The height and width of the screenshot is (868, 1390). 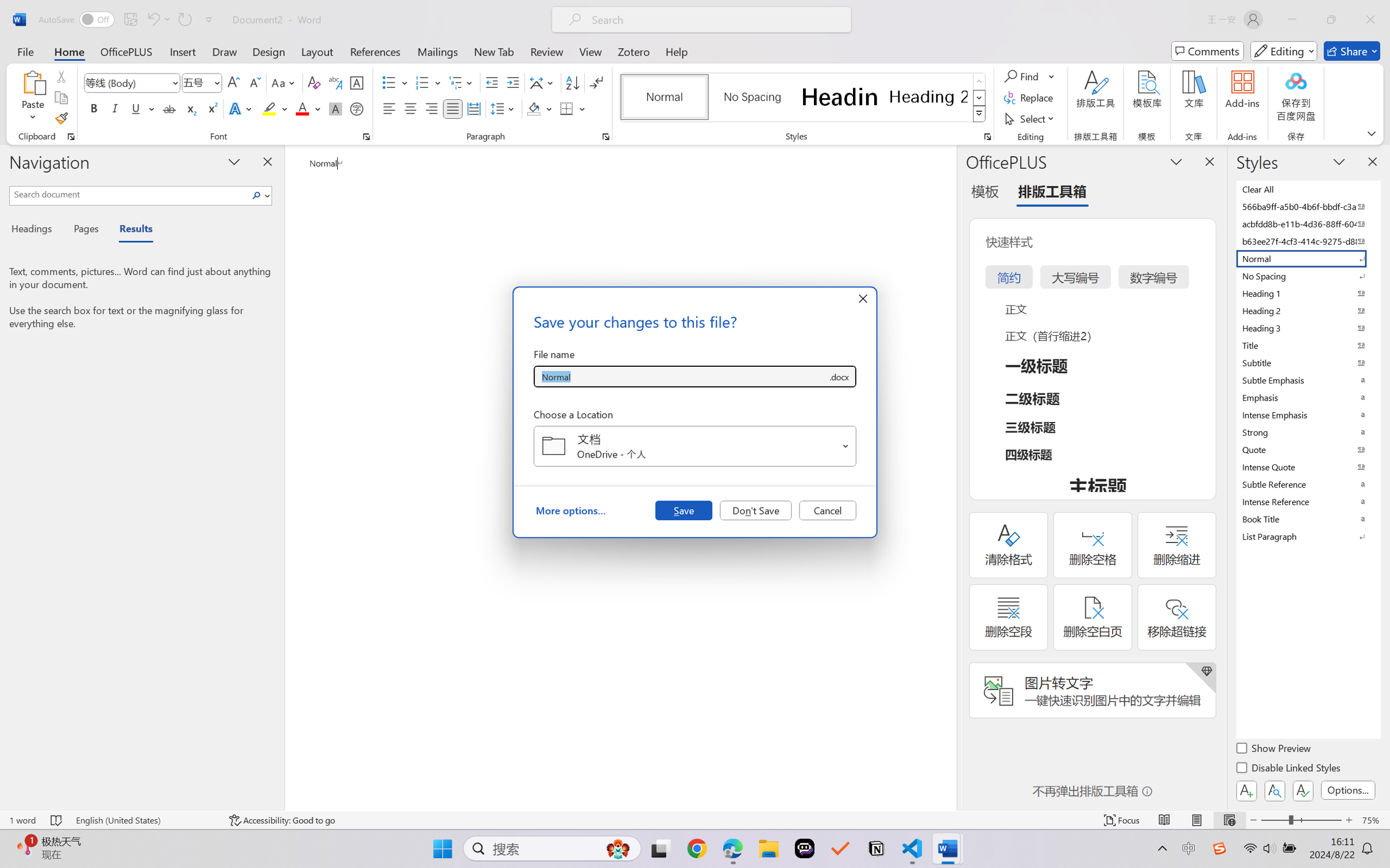 I want to click on 'Show/Hide Editing Marks', so click(x=596, y=83).